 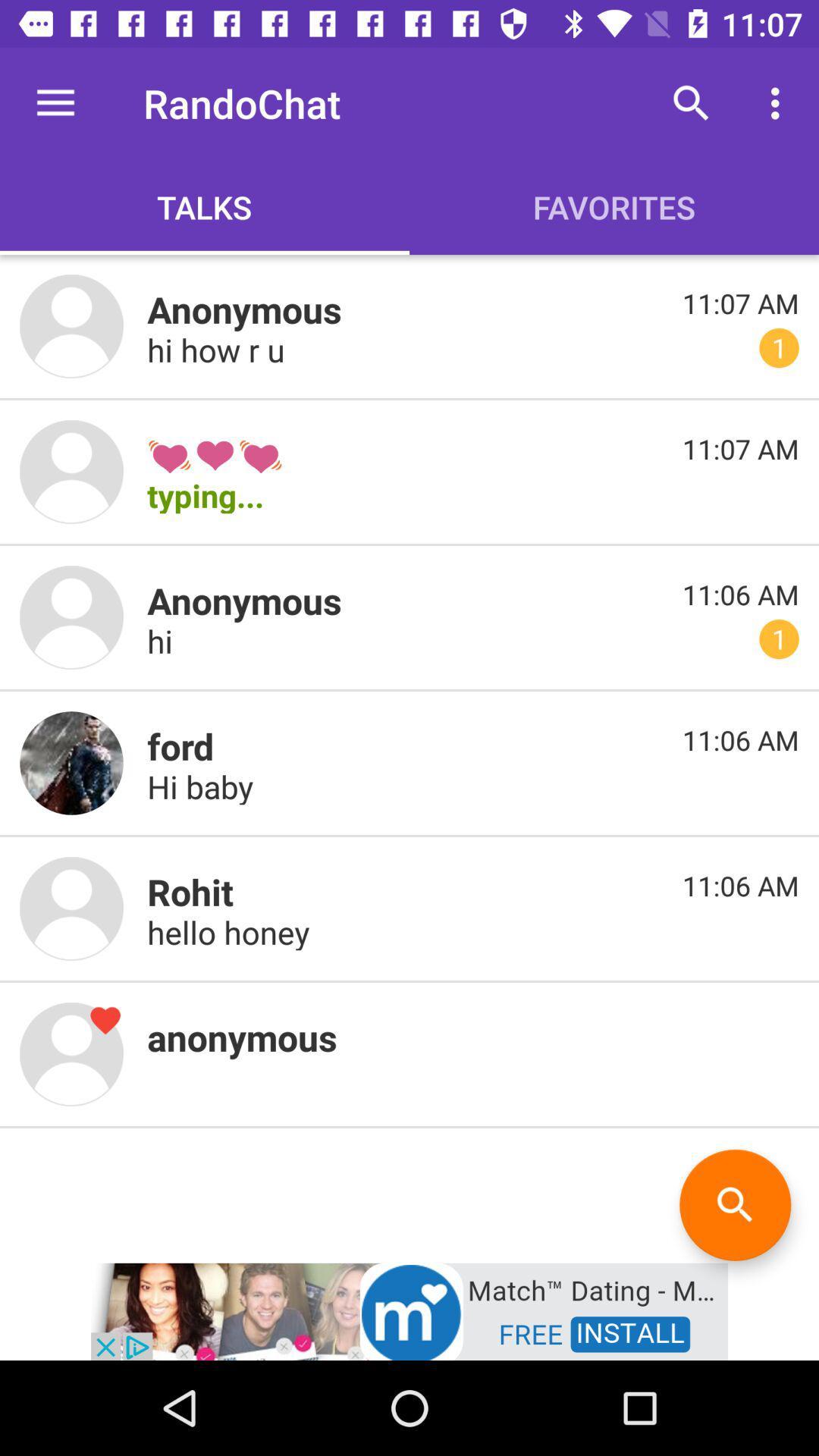 I want to click on profile, so click(x=71, y=617).